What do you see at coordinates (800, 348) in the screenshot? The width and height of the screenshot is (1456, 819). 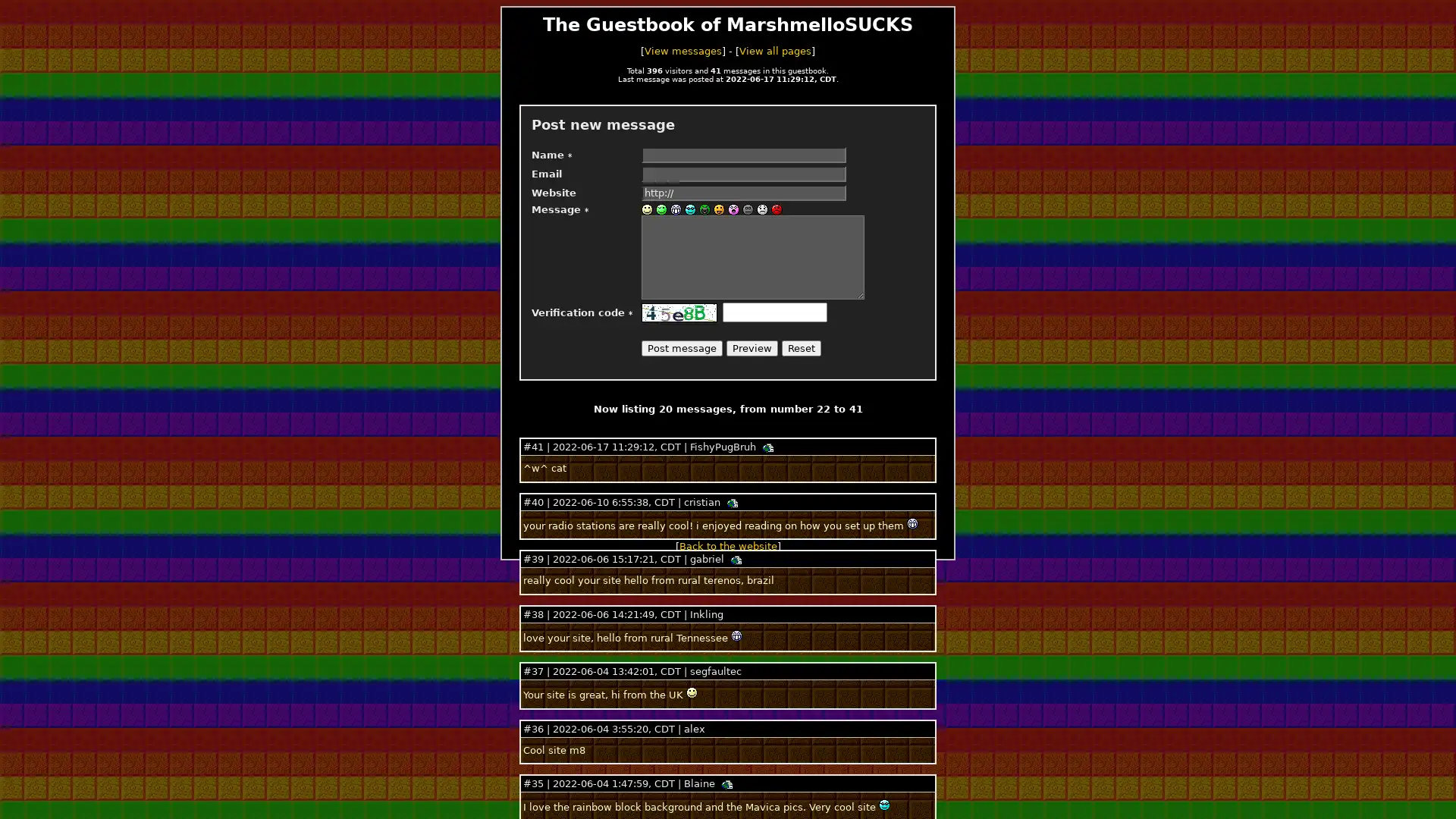 I see `Reset` at bounding box center [800, 348].